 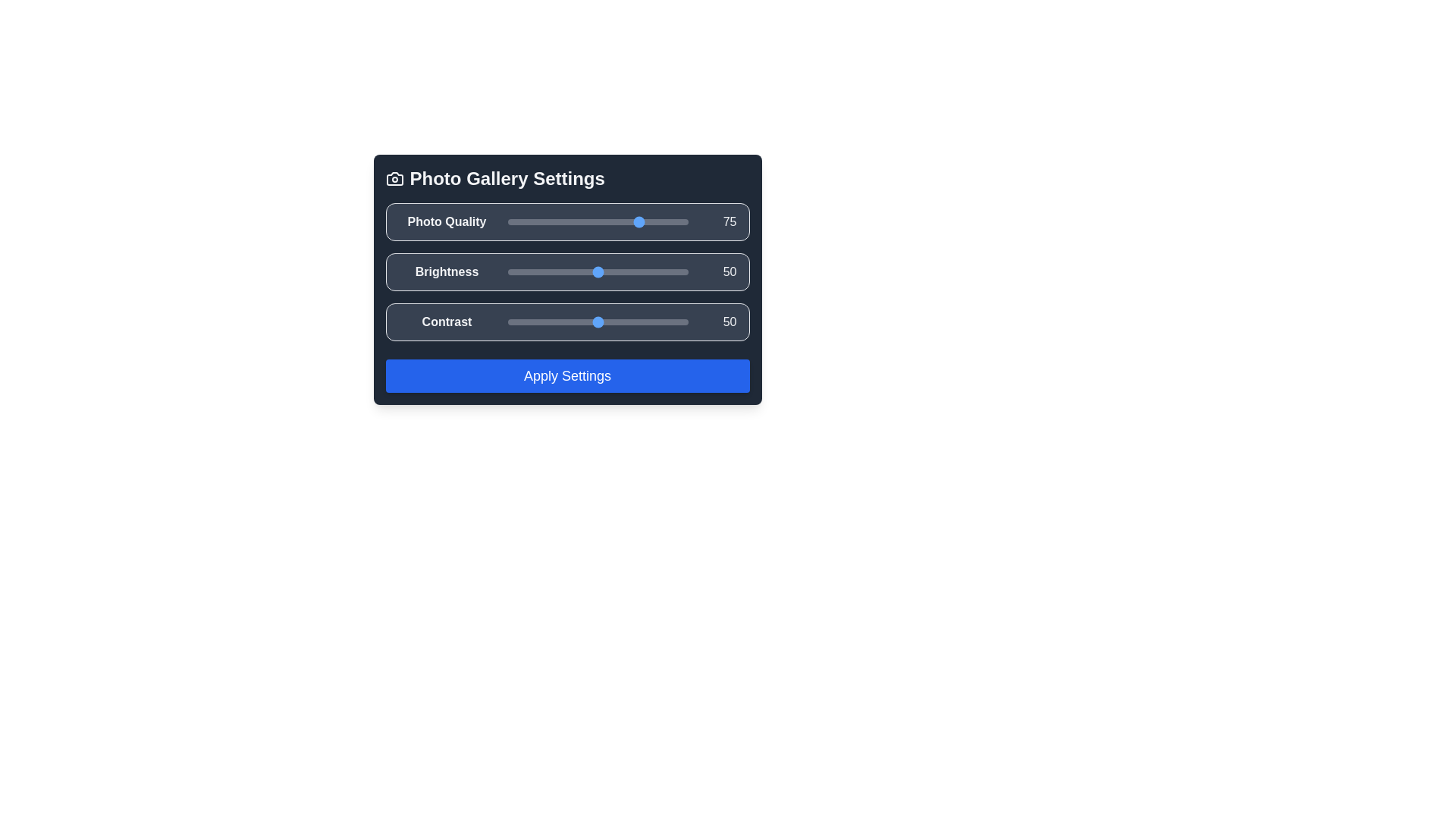 I want to click on the brightness, so click(x=678, y=271).